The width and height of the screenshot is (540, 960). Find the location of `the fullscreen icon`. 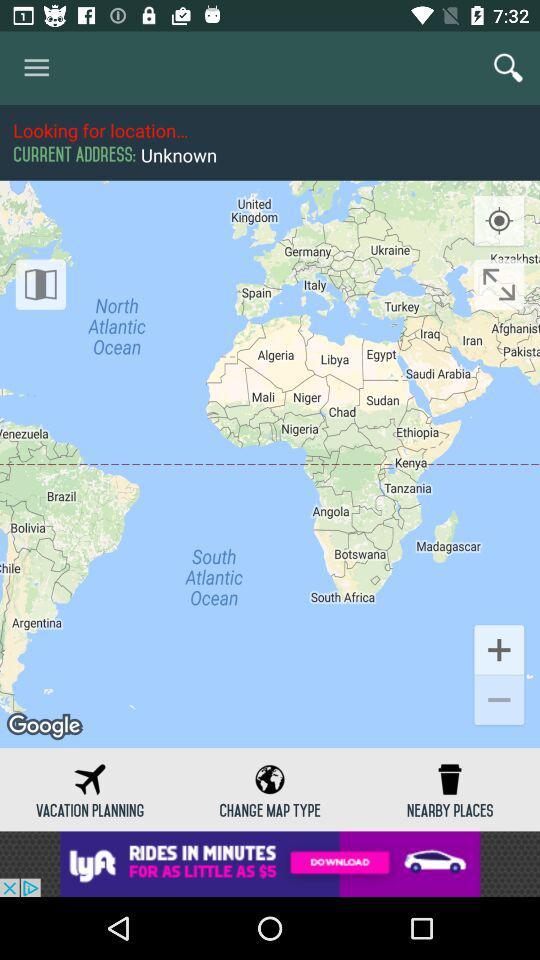

the fullscreen icon is located at coordinates (498, 283).